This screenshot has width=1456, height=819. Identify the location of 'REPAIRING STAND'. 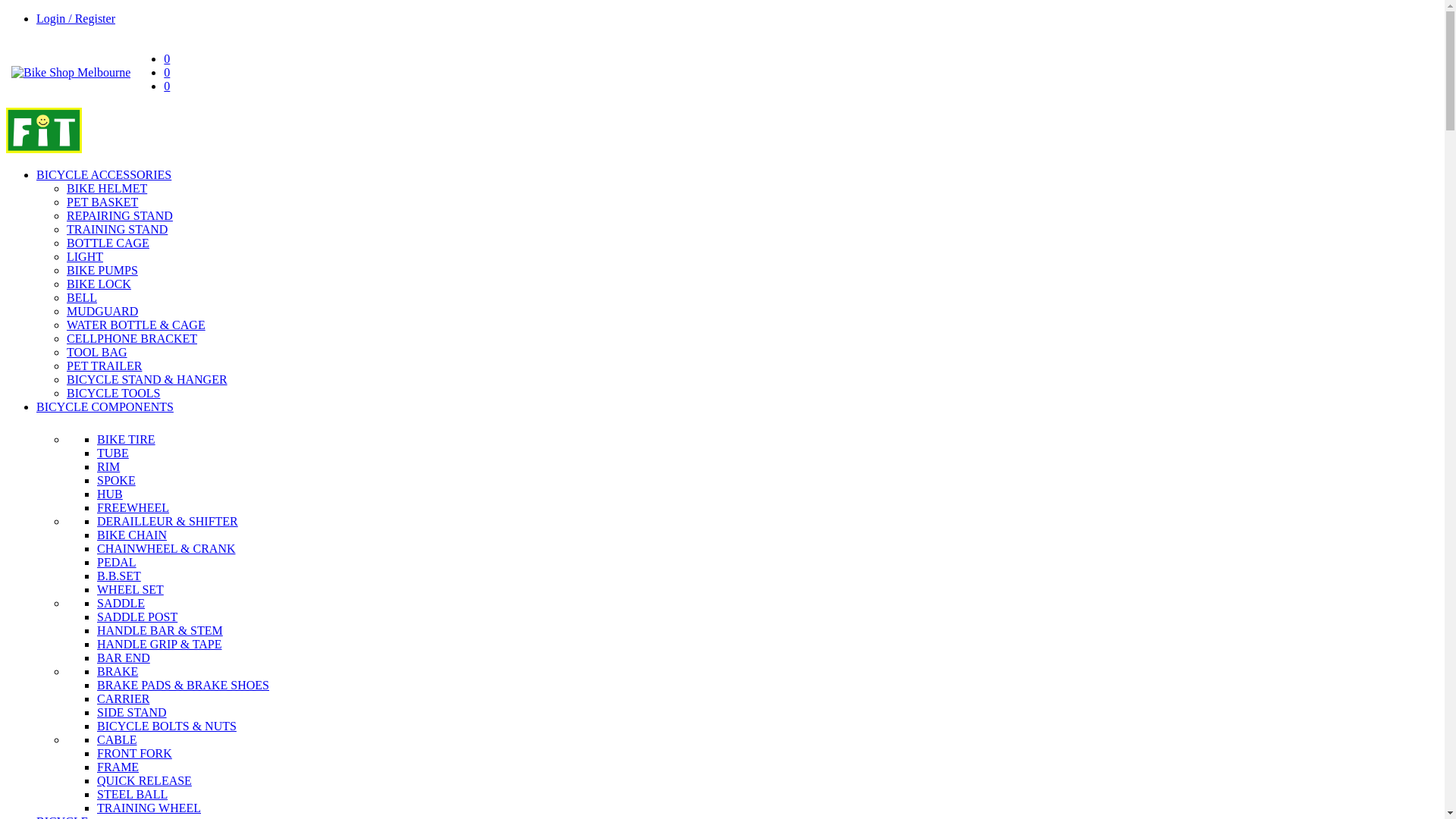
(119, 215).